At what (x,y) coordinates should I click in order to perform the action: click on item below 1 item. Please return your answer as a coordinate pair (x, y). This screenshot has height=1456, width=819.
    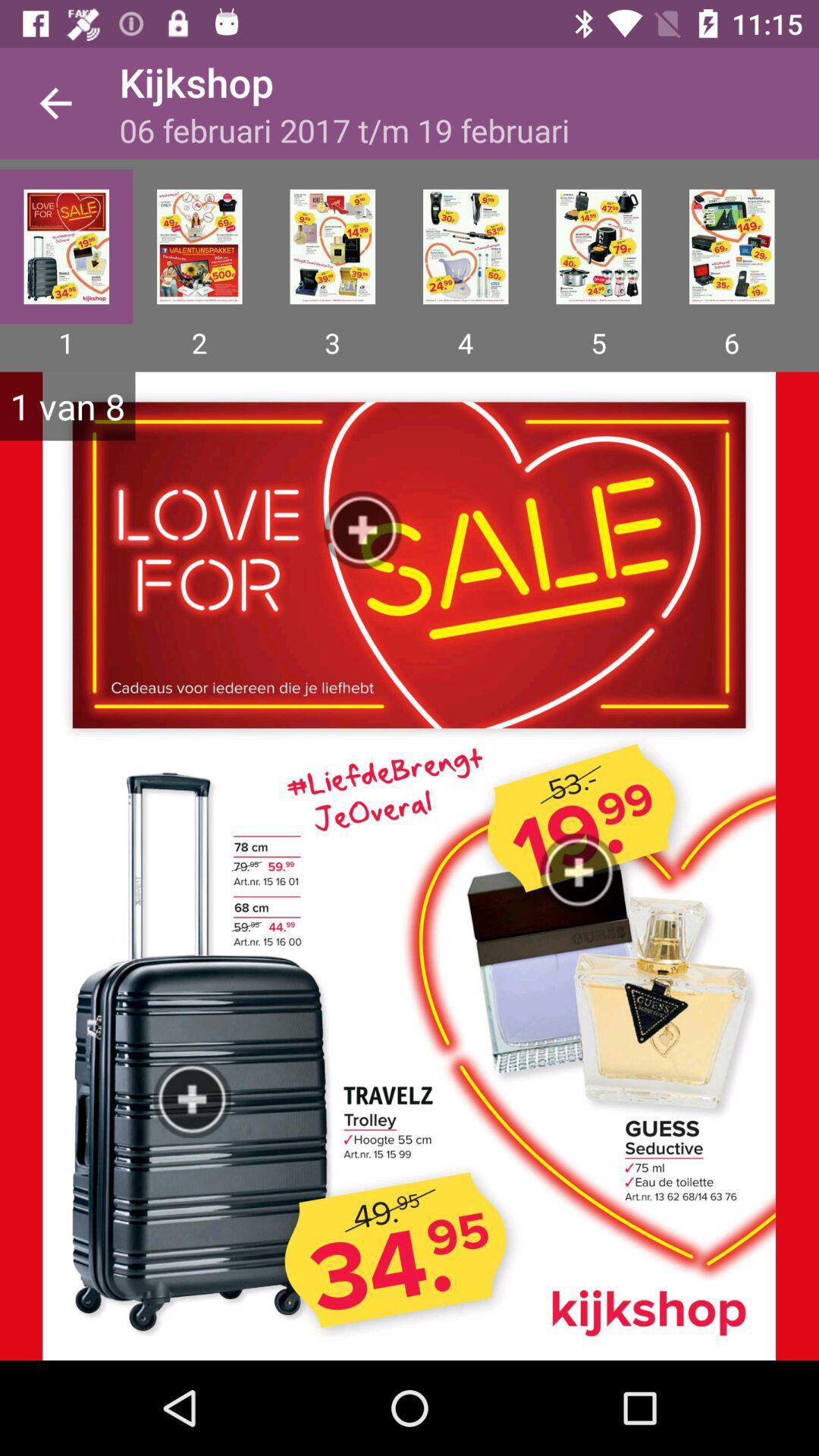
    Looking at the image, I should click on (409, 866).